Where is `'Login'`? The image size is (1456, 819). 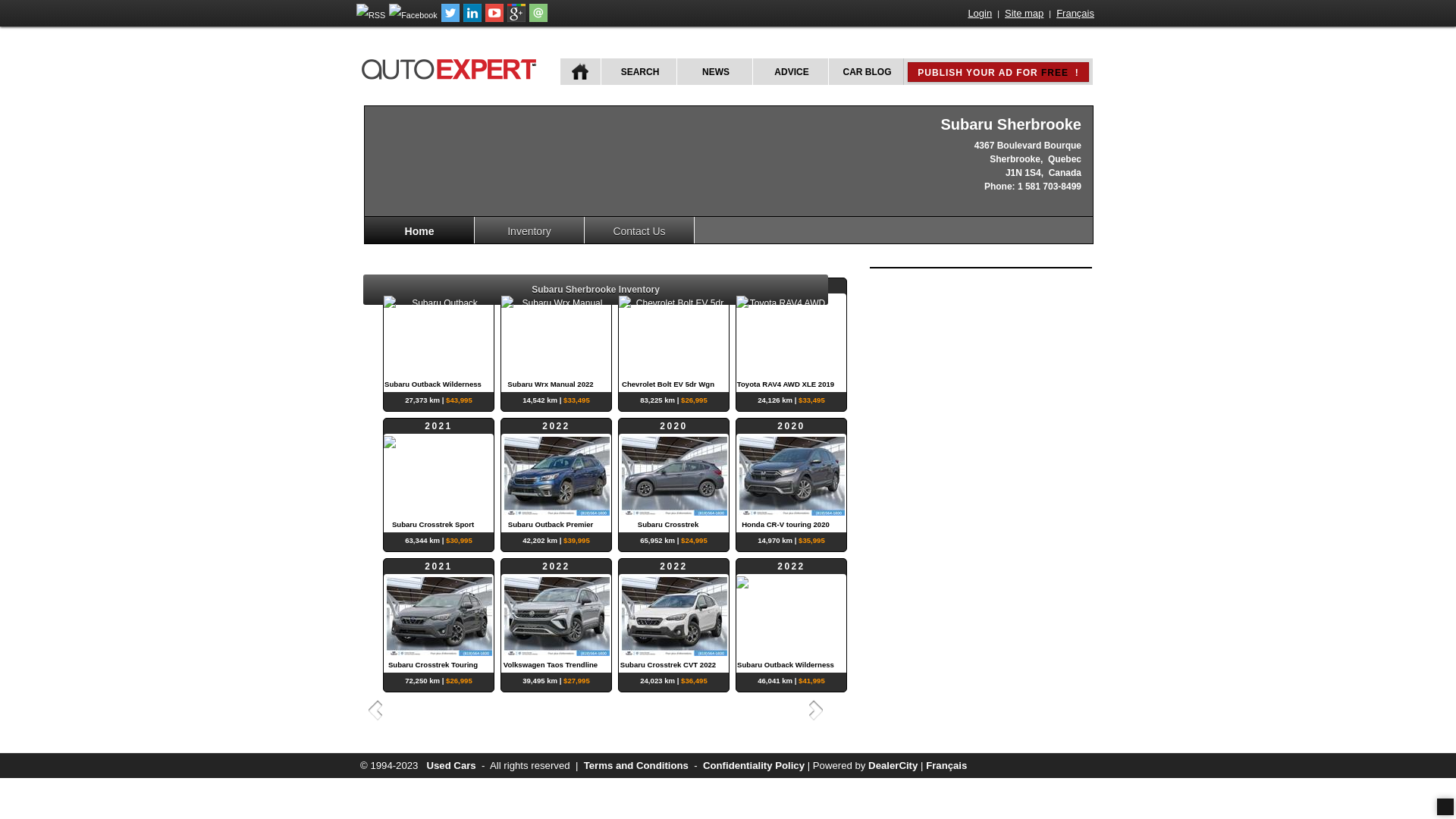 'Login' is located at coordinates (979, 13).